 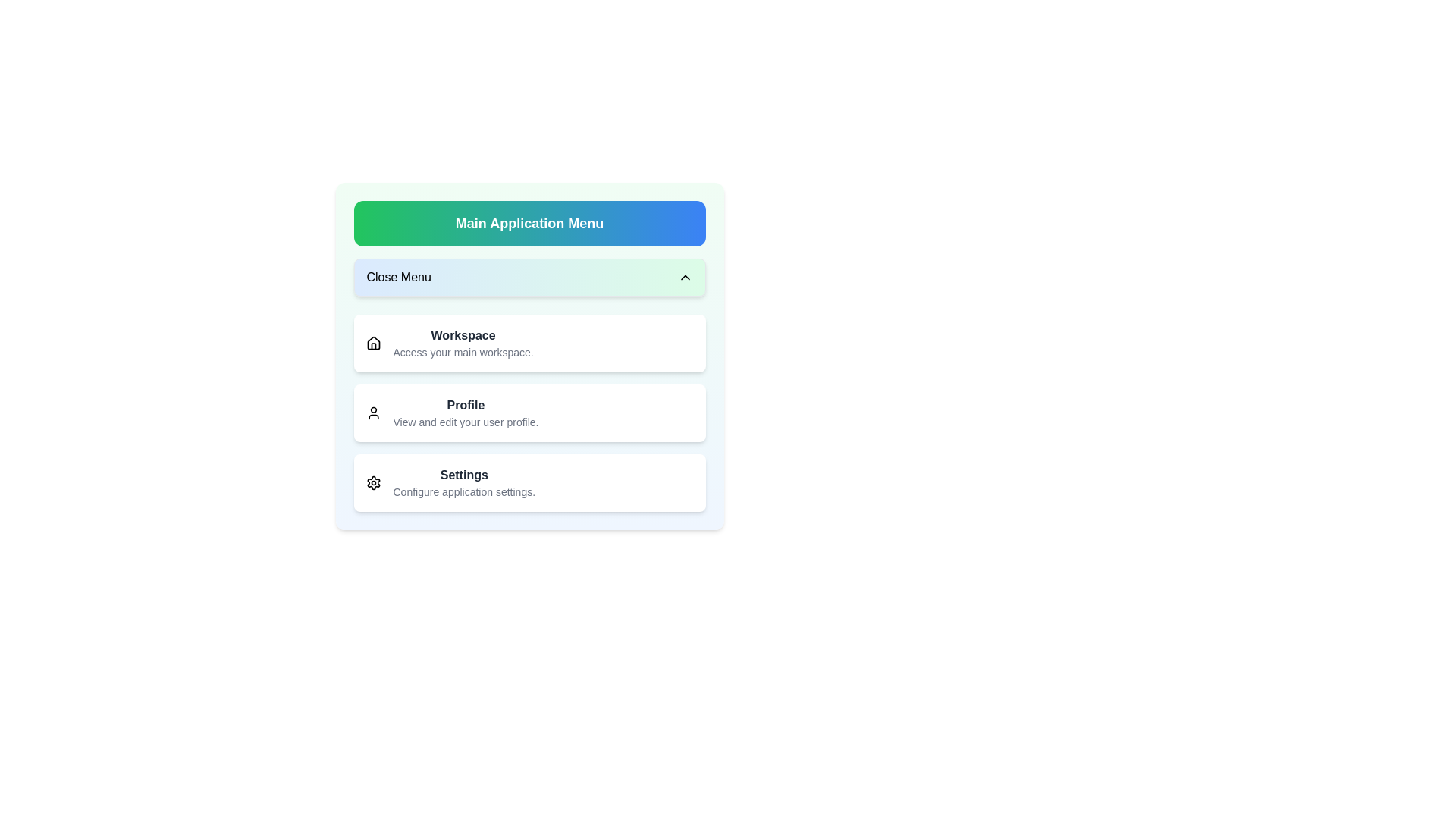 What do you see at coordinates (529, 482) in the screenshot?
I see `the menu item Settings from the options Workspace, Profile, or Settings` at bounding box center [529, 482].